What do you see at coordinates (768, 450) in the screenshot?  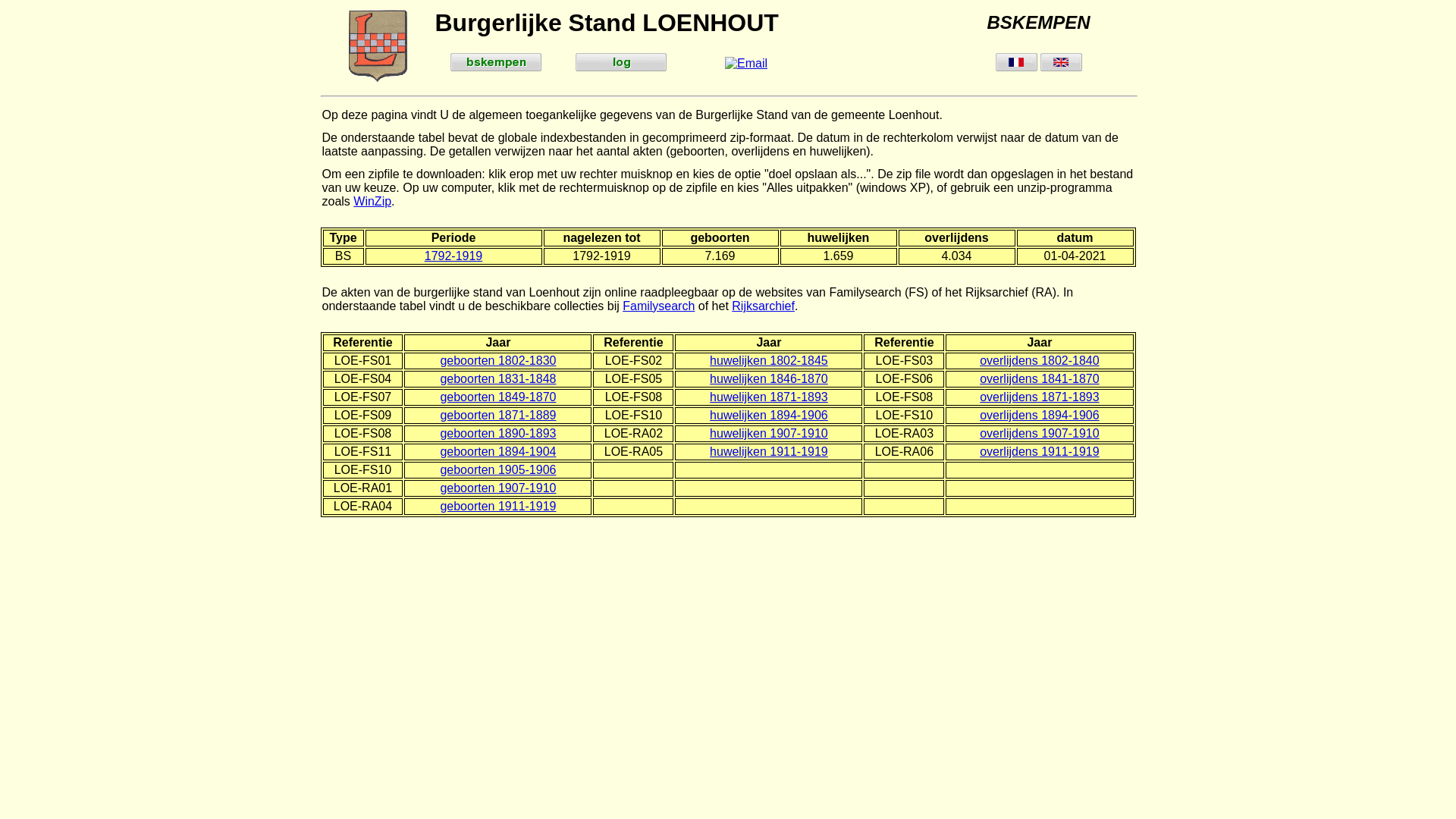 I see `'huwelijken 1911-1919'` at bounding box center [768, 450].